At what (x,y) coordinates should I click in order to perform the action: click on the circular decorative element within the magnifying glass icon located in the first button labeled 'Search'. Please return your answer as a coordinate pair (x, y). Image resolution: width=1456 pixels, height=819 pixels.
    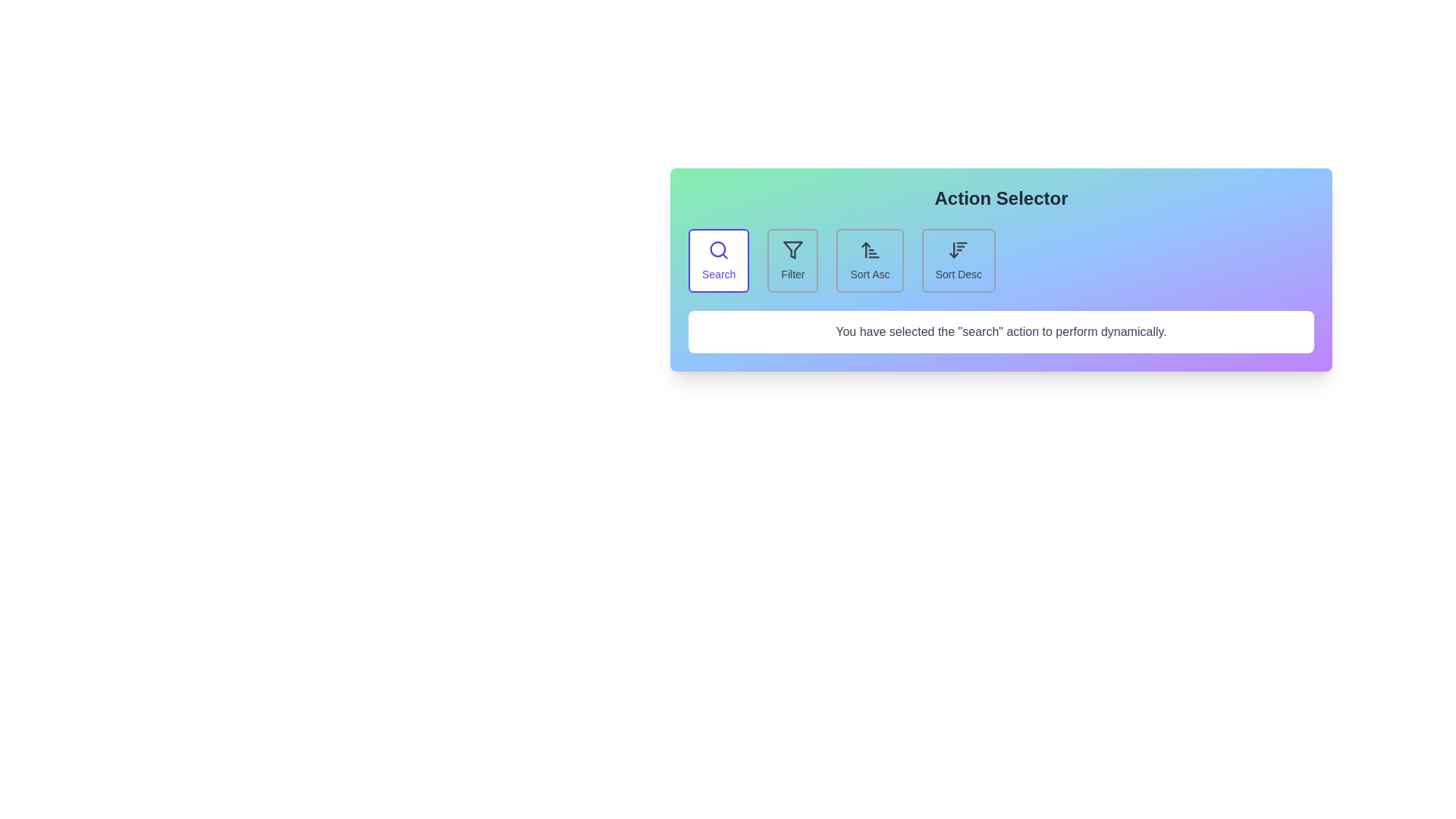
    Looking at the image, I should click on (717, 248).